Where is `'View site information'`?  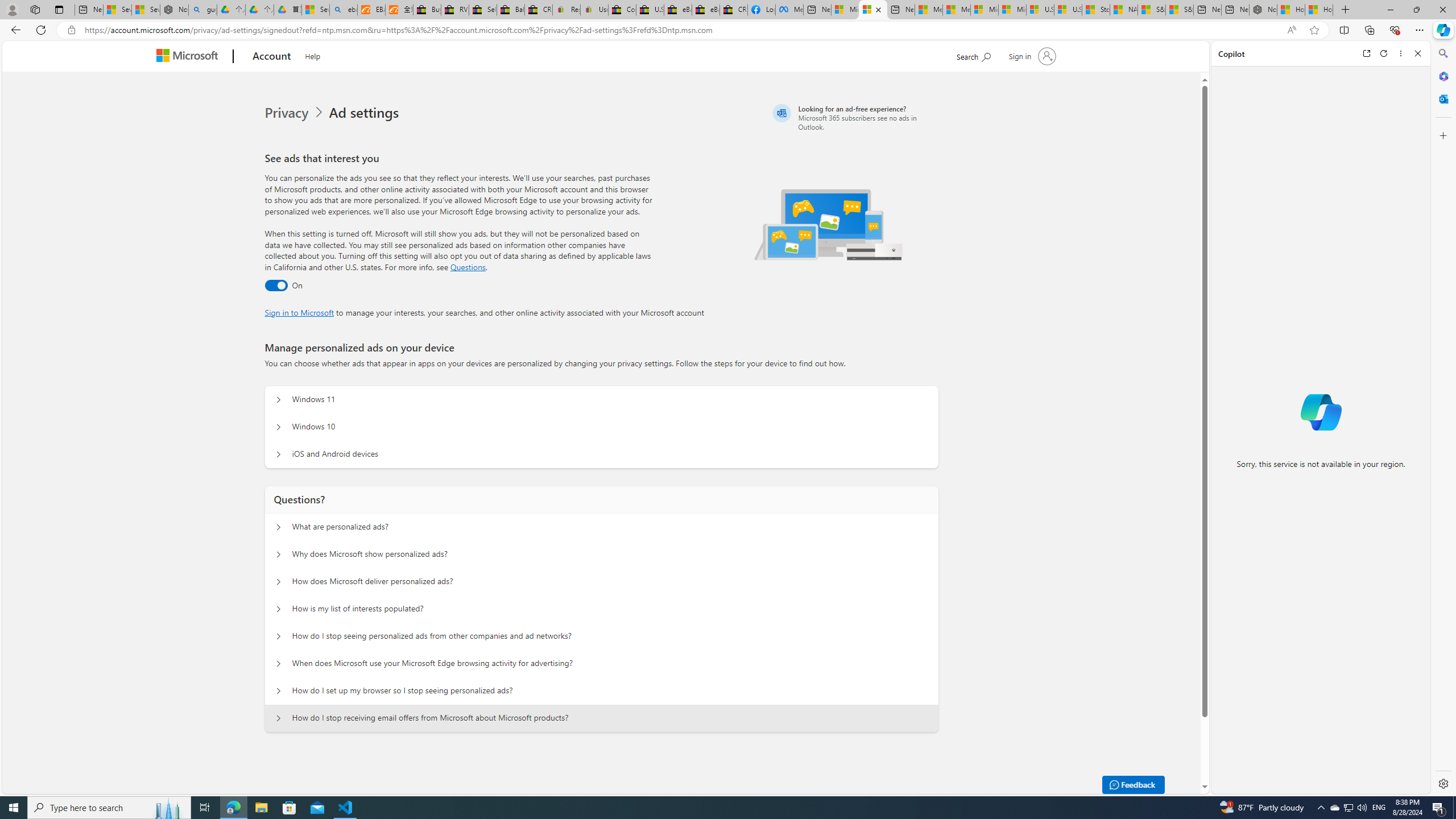
'View site information' is located at coordinates (71, 30).